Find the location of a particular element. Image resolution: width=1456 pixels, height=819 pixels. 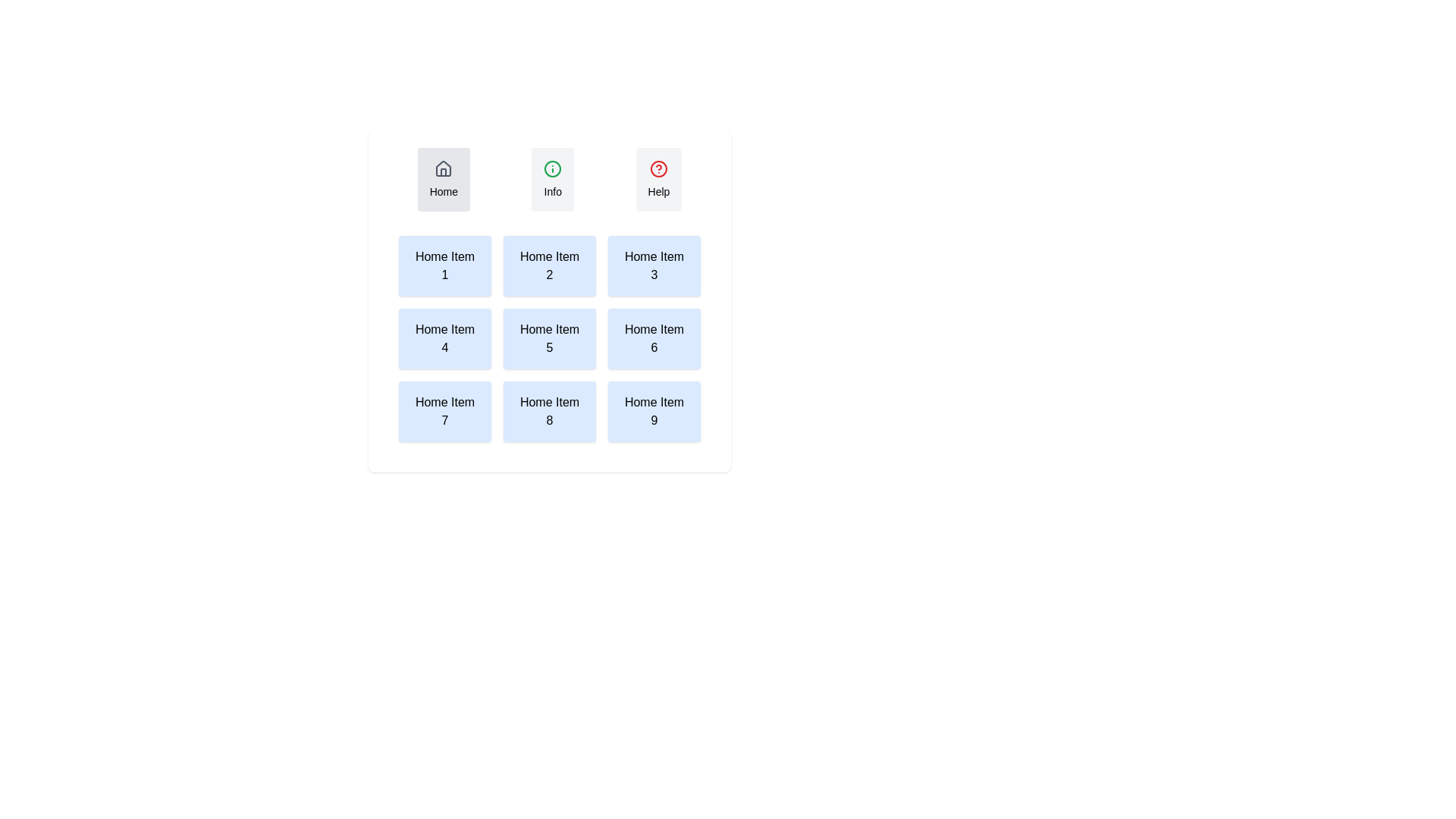

the Info tab to observe its hover effect is located at coordinates (552, 178).